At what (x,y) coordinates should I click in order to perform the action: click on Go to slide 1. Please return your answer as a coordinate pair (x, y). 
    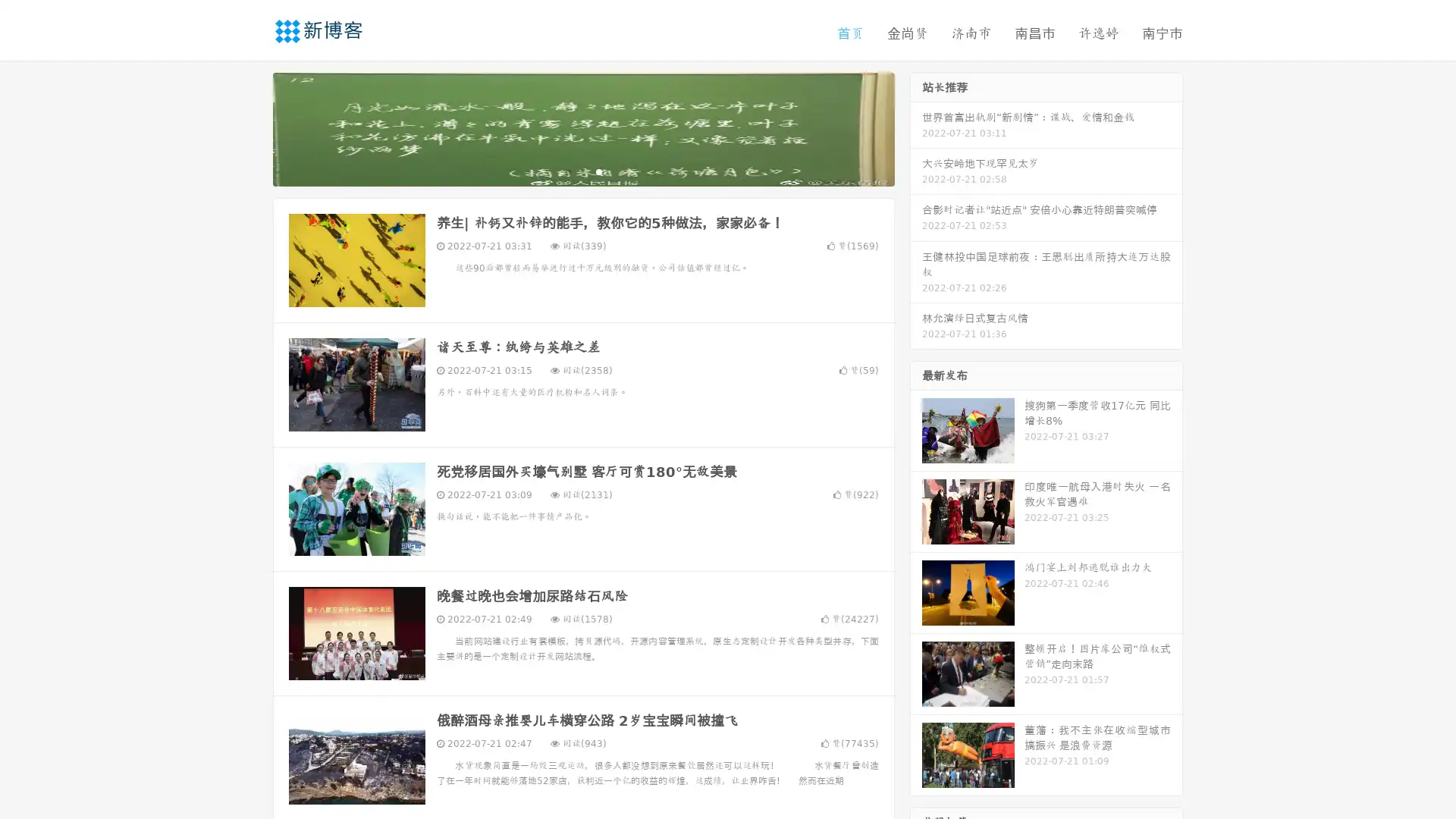
    Looking at the image, I should click on (567, 171).